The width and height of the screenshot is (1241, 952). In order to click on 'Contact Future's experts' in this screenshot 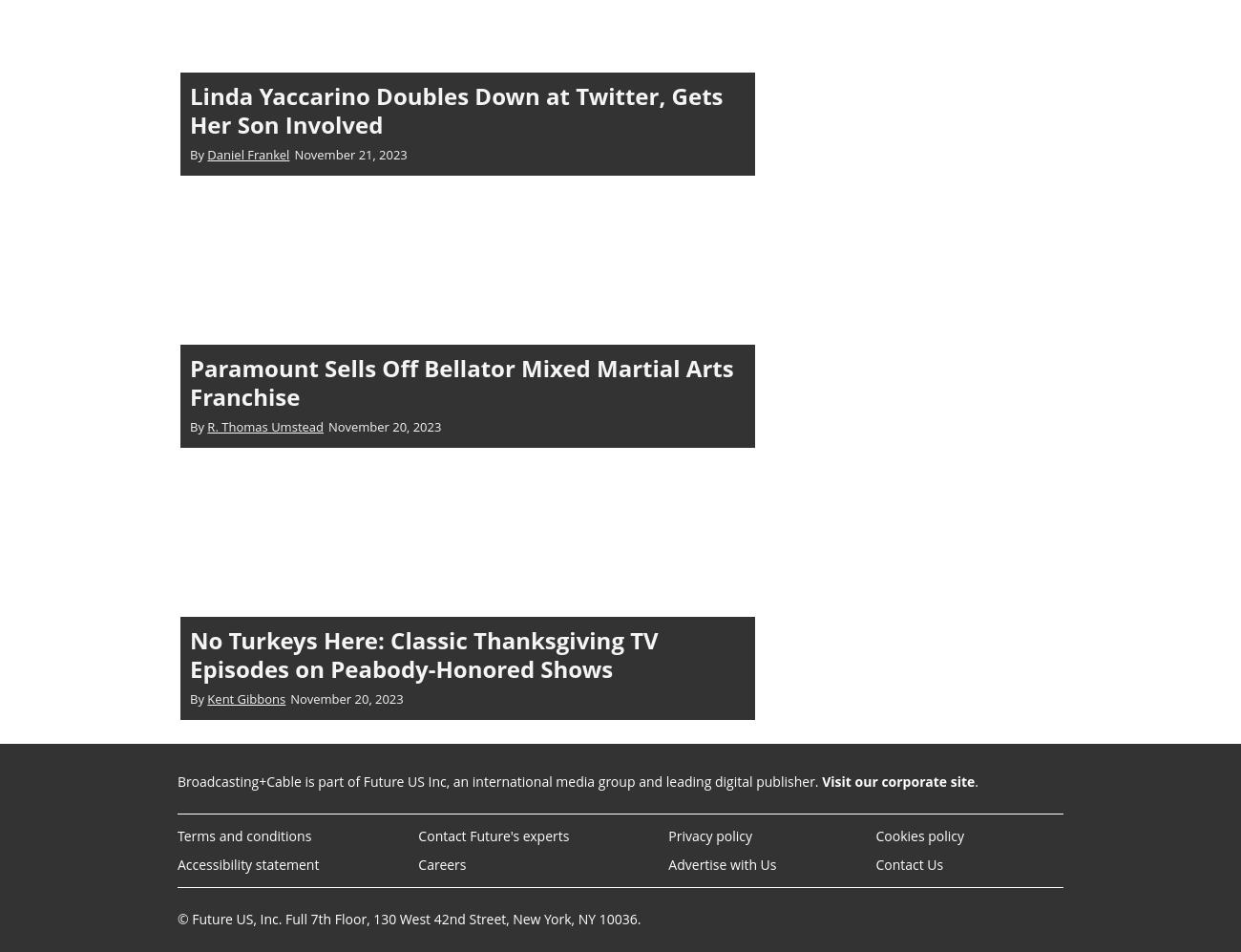, I will do `click(494, 835)`.